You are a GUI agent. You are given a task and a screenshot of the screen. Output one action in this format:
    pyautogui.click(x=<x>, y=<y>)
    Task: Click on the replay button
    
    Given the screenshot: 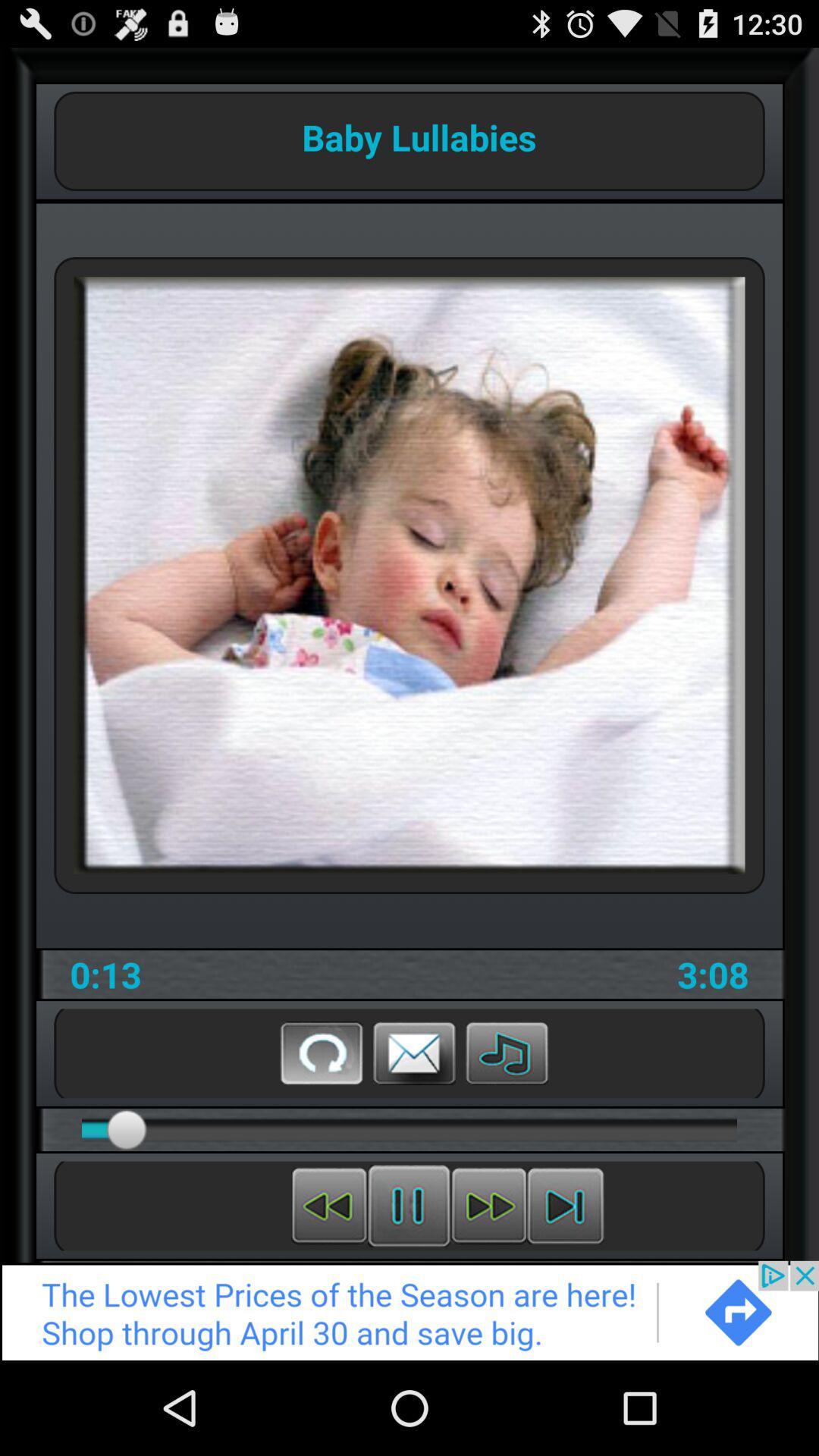 What is the action you would take?
    pyautogui.click(x=321, y=1052)
    